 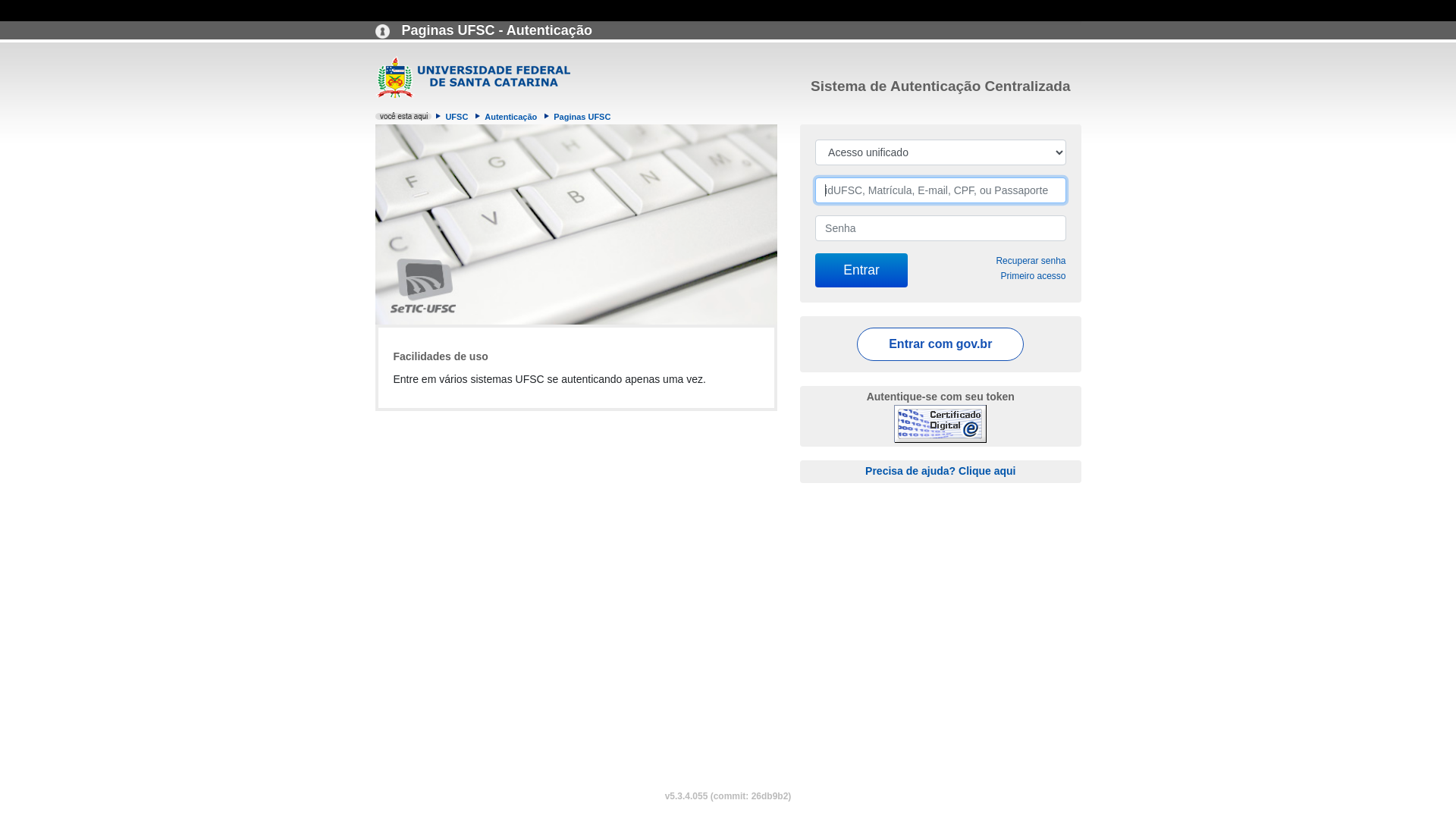 I want to click on 'UFSC', so click(x=442, y=116).